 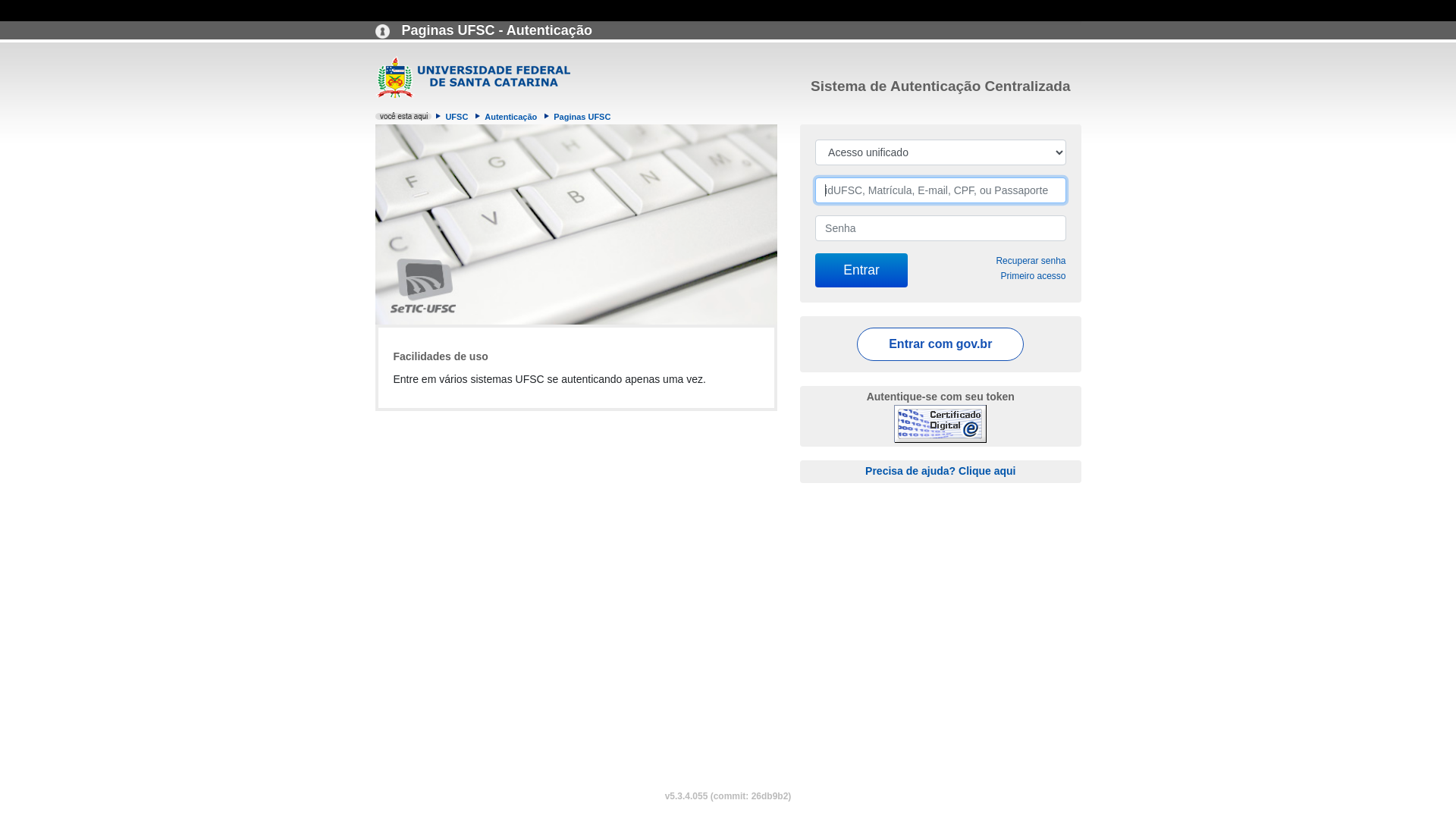 I want to click on 'UFSC', so click(x=442, y=116).